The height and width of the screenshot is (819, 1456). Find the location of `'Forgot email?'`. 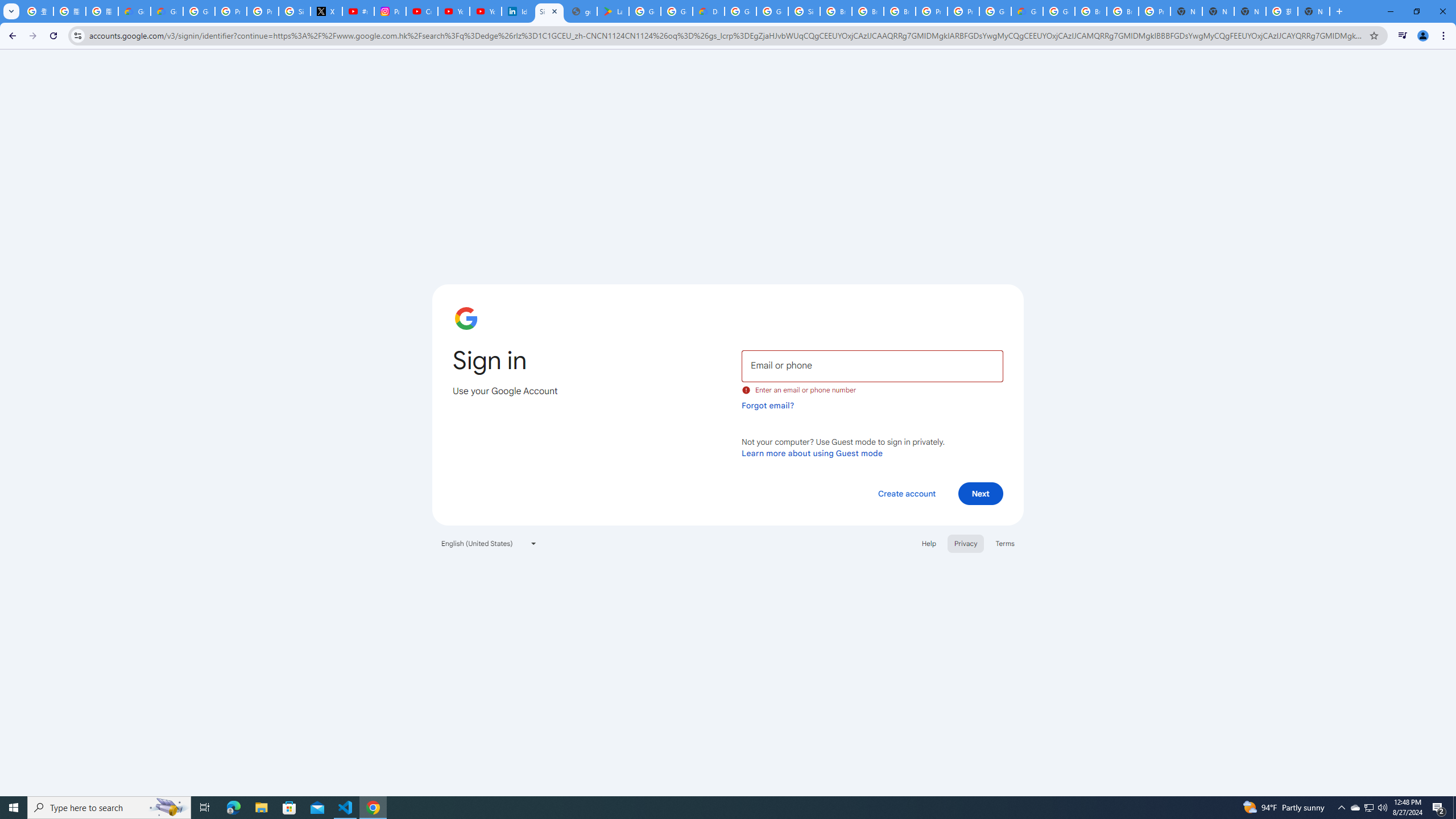

'Forgot email?' is located at coordinates (767, 405).